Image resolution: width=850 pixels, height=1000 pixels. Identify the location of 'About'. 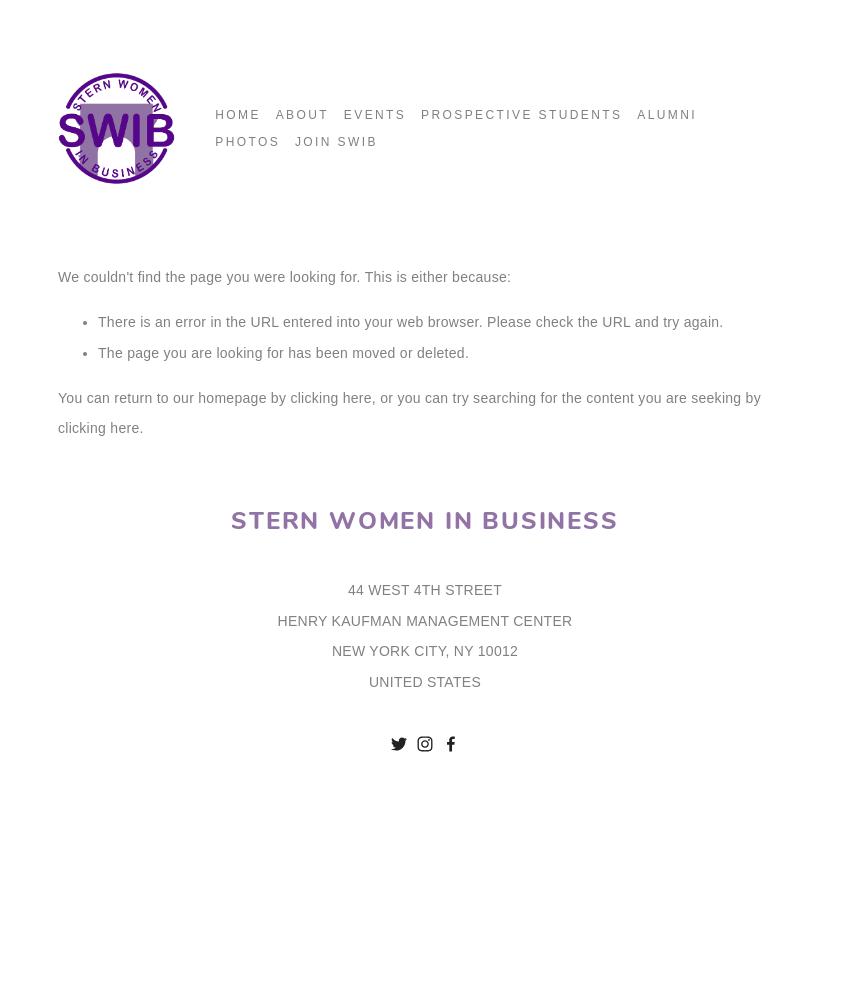
(273, 114).